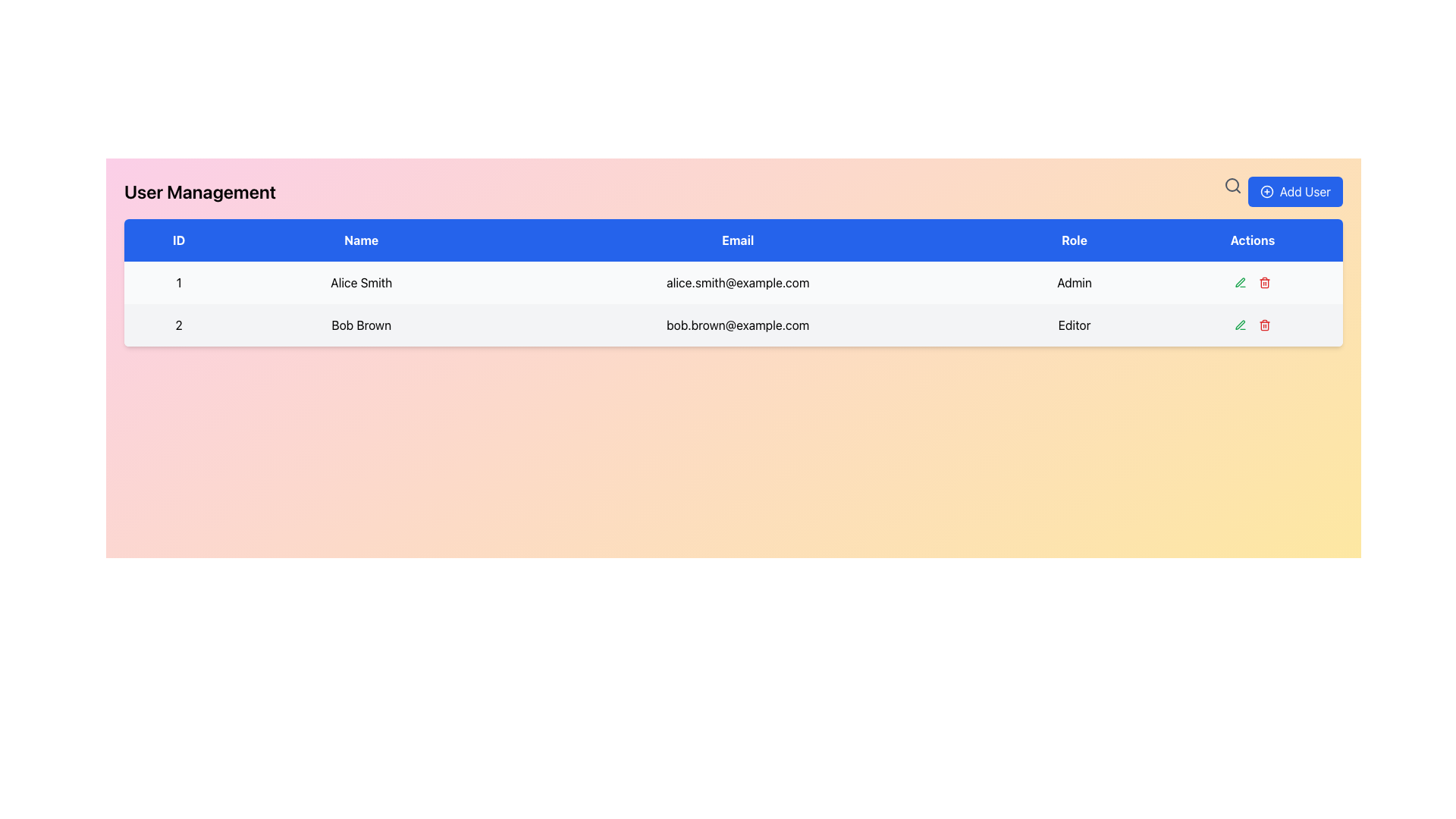  Describe the element at coordinates (1252, 239) in the screenshot. I see `the fifth table header item, which is positioned at the far-right of the table header section, indicating action icons or buttons for each row` at that location.